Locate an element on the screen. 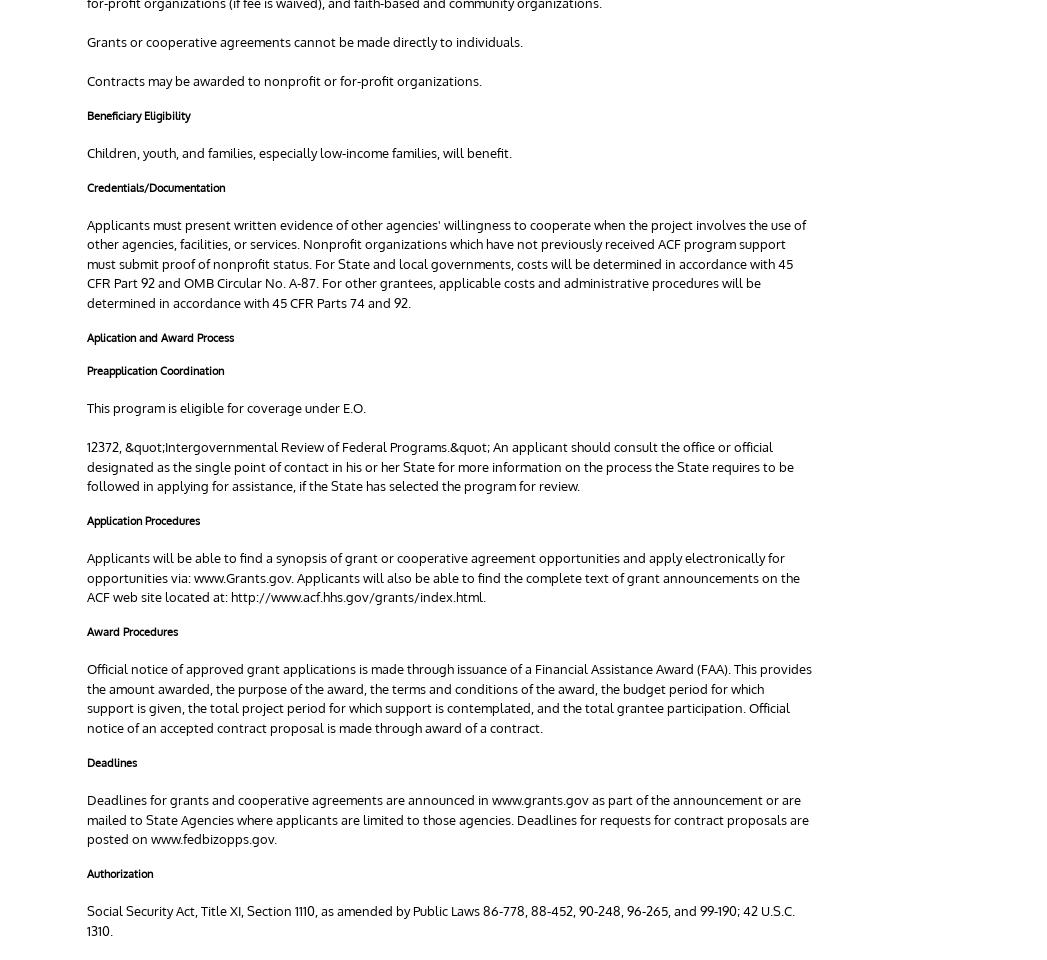 The width and height of the screenshot is (1047, 960). 'This program is eligible for coverage under E.O.' is located at coordinates (225, 407).